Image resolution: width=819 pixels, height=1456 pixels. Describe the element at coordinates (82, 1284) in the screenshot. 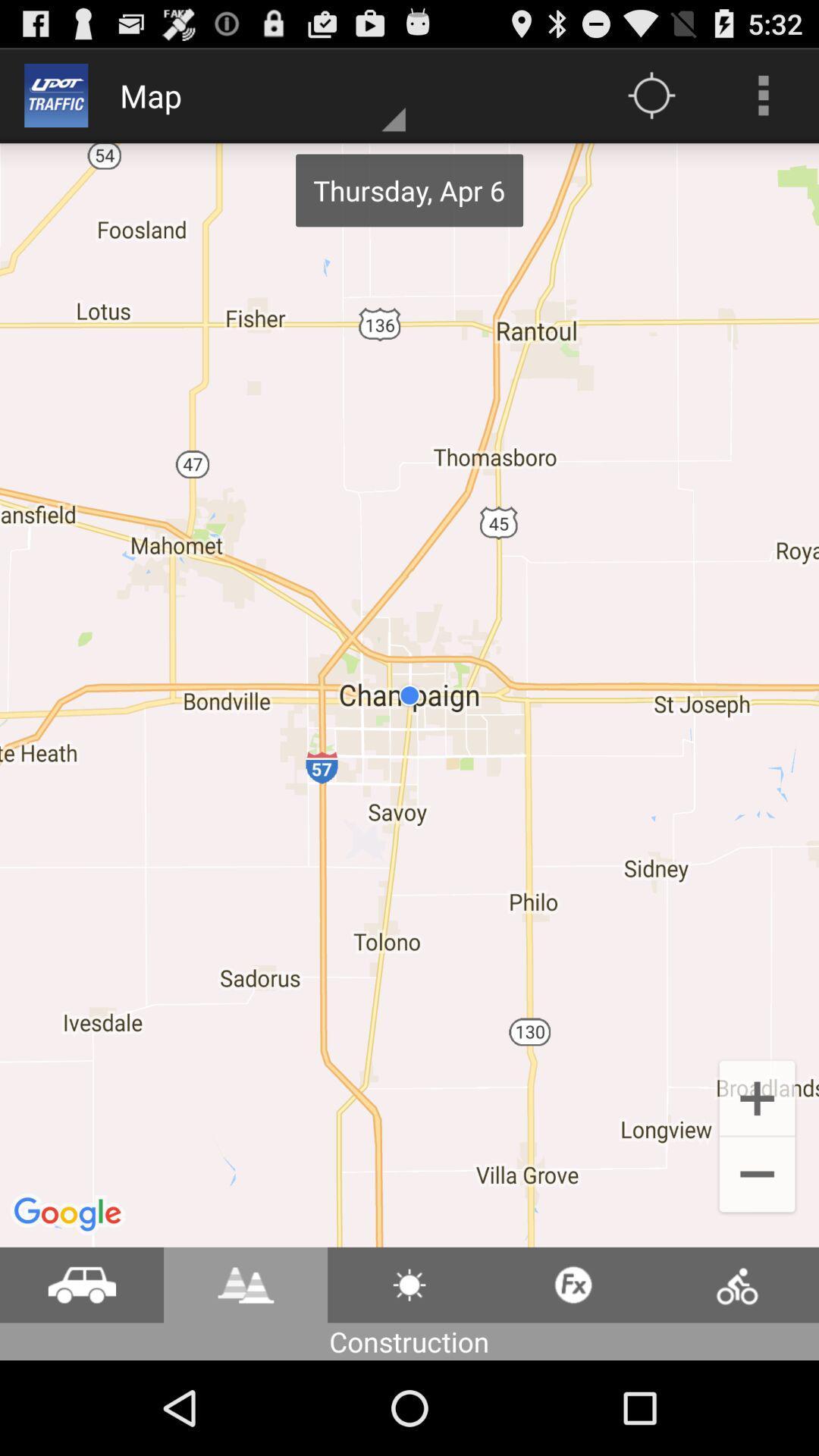

I see `drive` at that location.